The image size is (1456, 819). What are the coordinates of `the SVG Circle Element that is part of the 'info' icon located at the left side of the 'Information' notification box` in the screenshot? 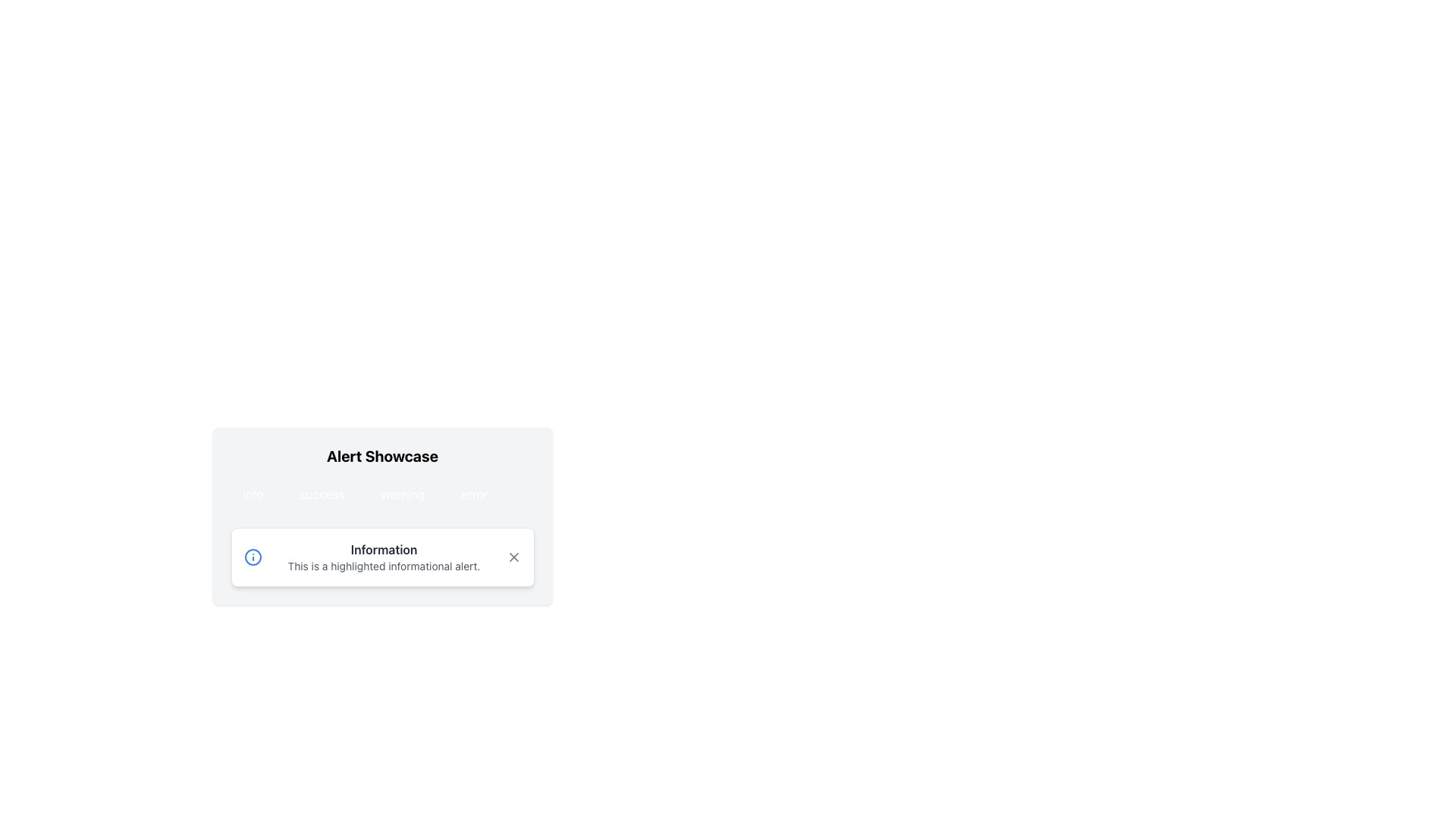 It's located at (253, 557).